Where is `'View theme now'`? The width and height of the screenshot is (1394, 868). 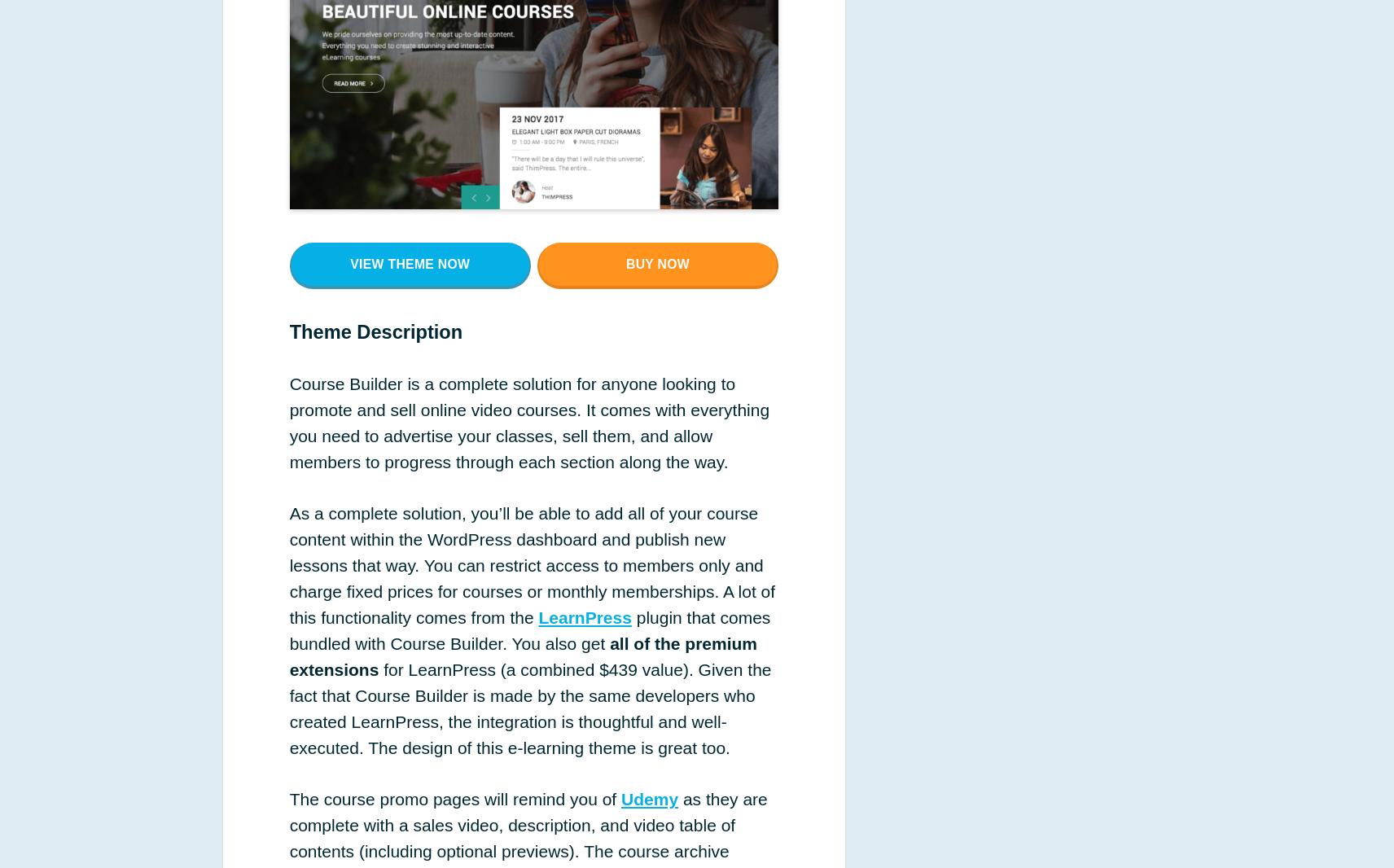
'View theme now' is located at coordinates (409, 263).